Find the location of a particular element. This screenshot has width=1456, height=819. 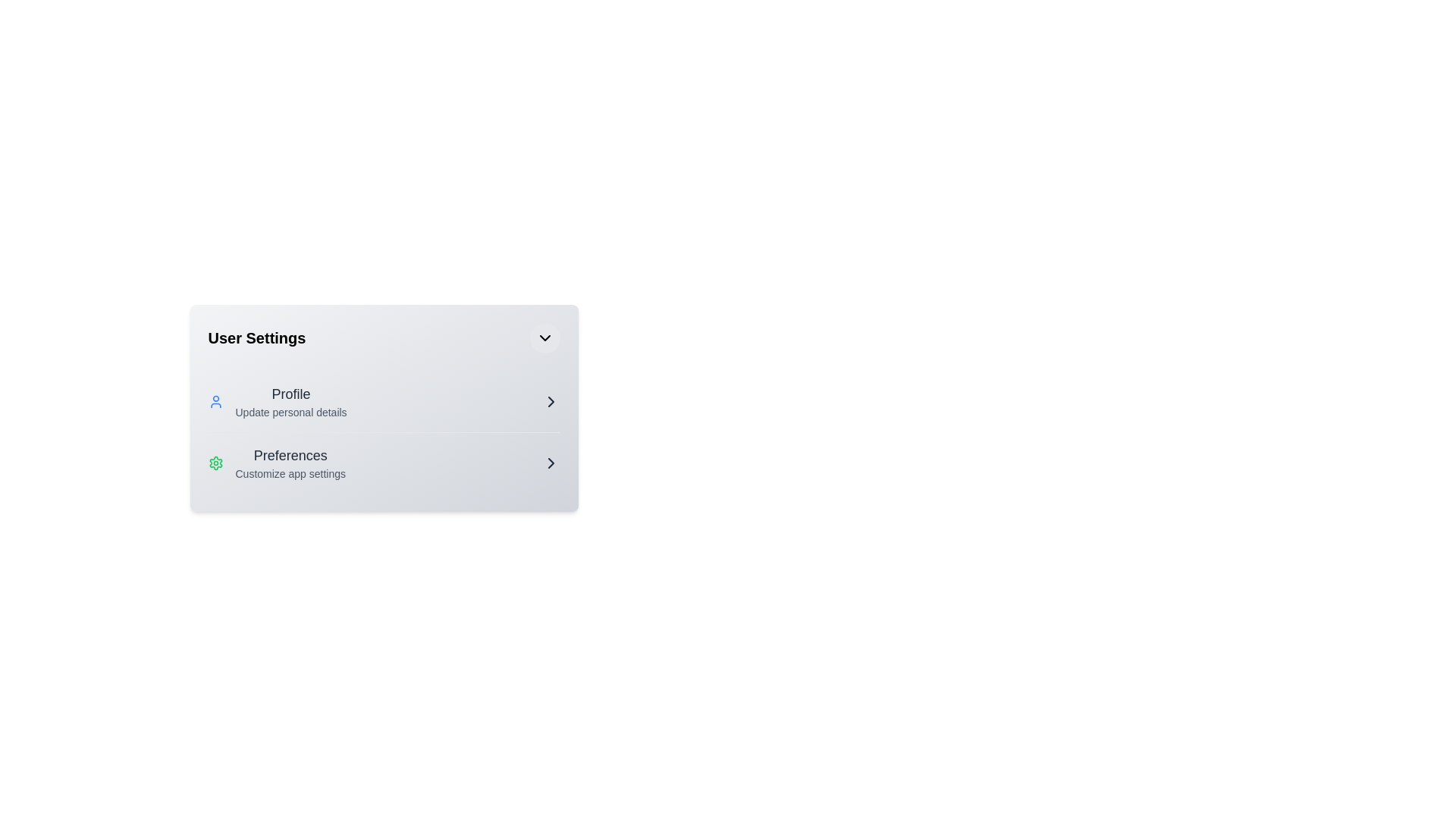

the second list item in the 'User Settings' panel, which allows access to application preferences or settings, located below 'Profile' is located at coordinates (277, 462).